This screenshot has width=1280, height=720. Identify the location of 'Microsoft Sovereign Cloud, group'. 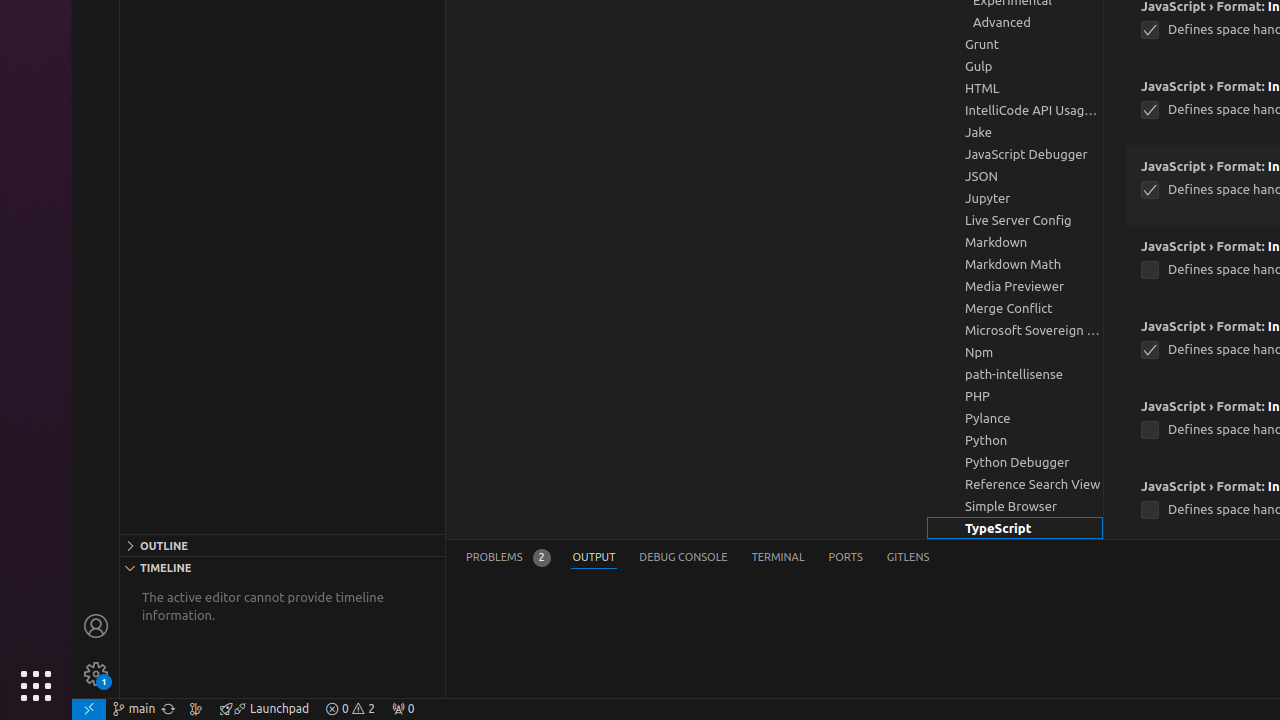
(1015, 328).